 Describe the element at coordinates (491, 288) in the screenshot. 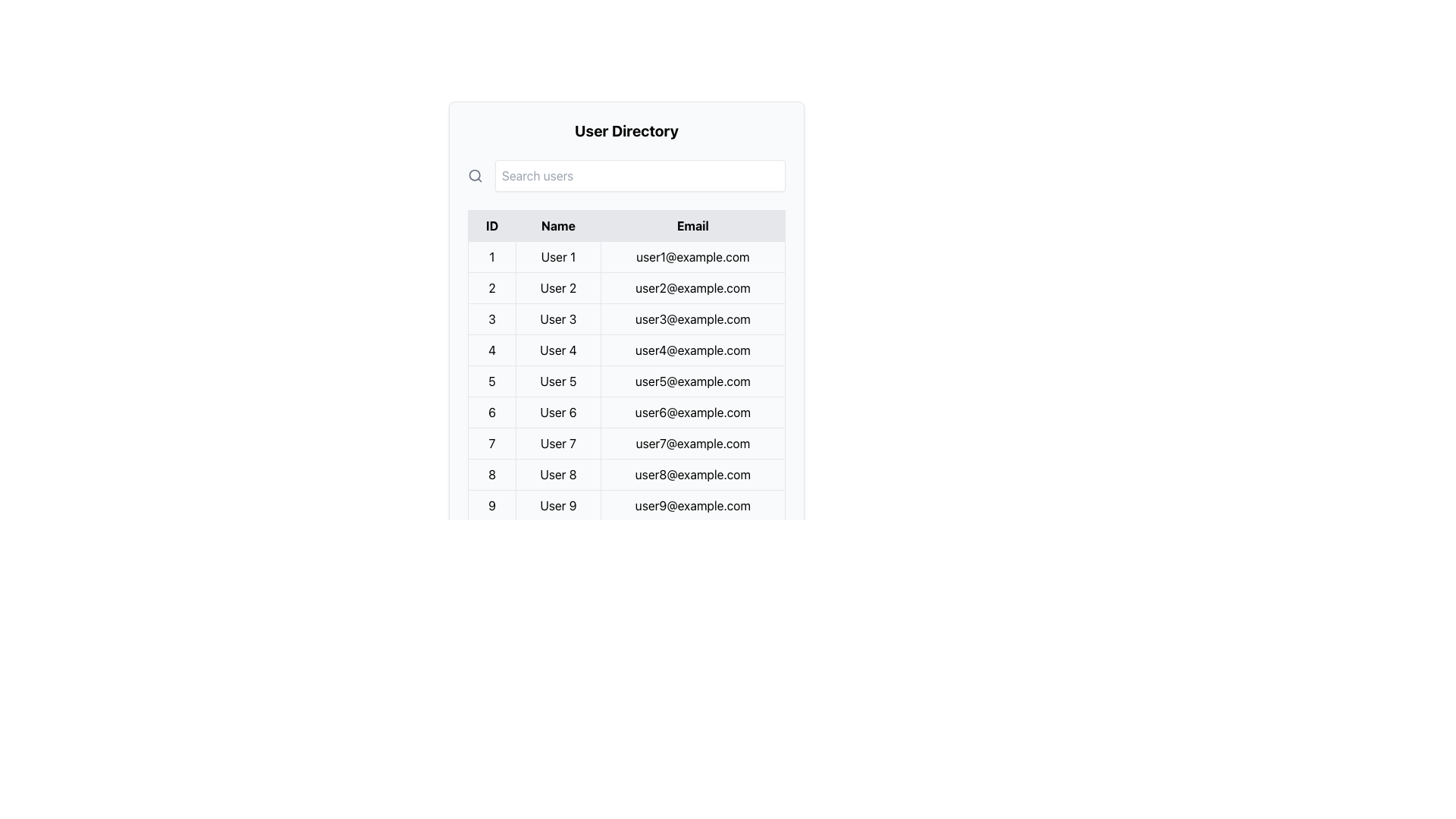

I see `the Table Cell displaying the unique identifier '2', located in the second row under the first column labeled 'ID'` at that location.